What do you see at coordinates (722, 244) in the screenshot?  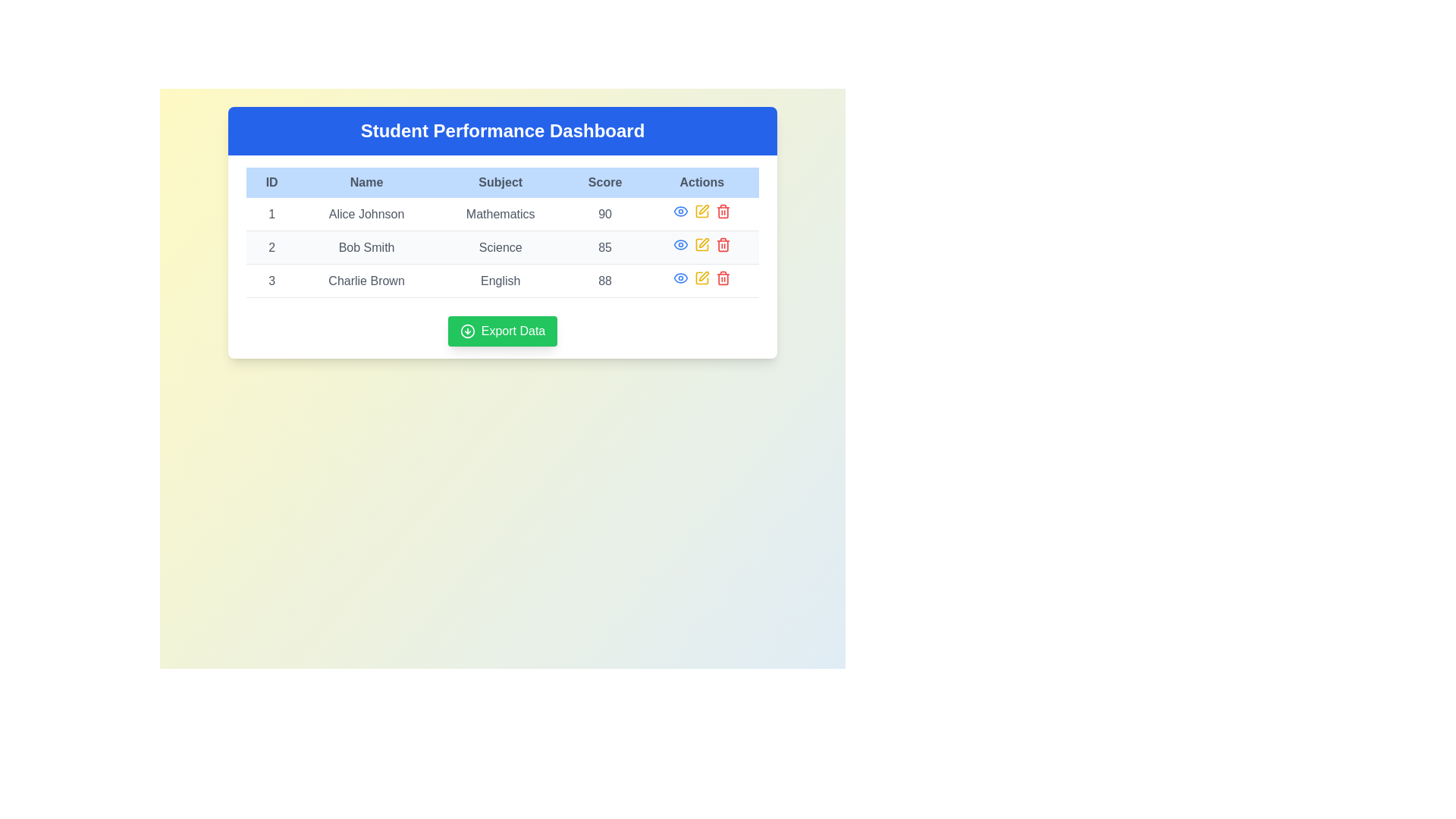 I see `the delete icon button associated with deleting the record for the second row of data` at bounding box center [722, 244].